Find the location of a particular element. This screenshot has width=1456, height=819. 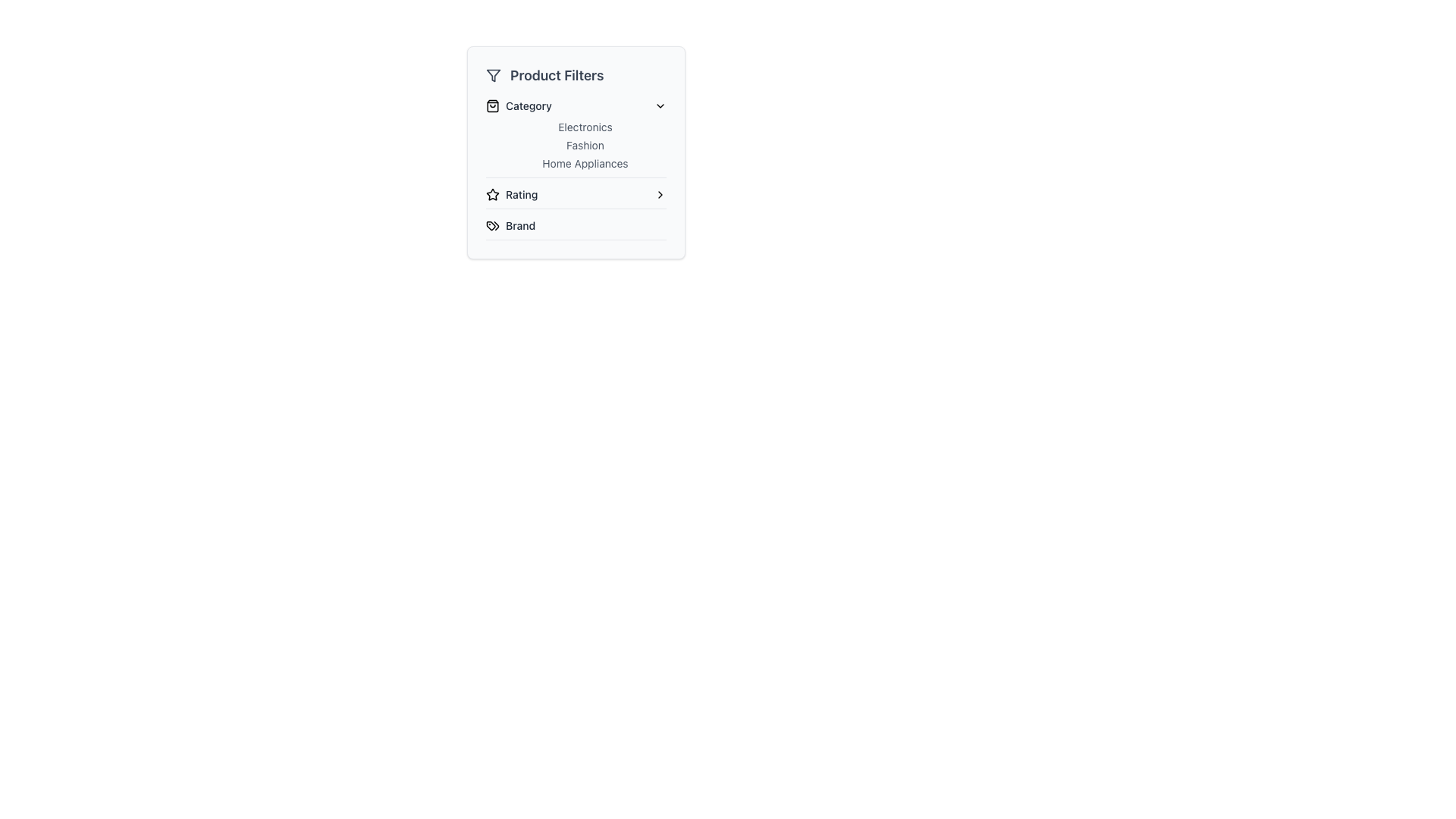

the filter funnel icon located at the top-left corner of the 'Product Filters' section next to the text 'Product Filters' is located at coordinates (494, 76).